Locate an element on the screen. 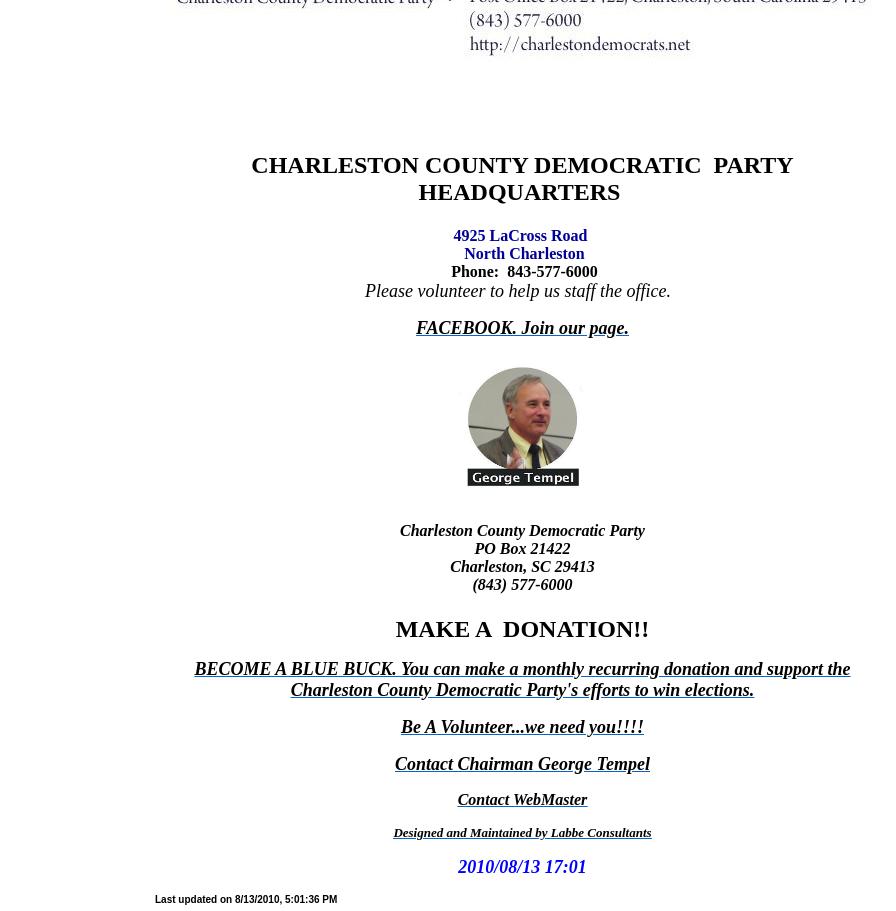  '(843) 577-6000' is located at coordinates (522, 584).